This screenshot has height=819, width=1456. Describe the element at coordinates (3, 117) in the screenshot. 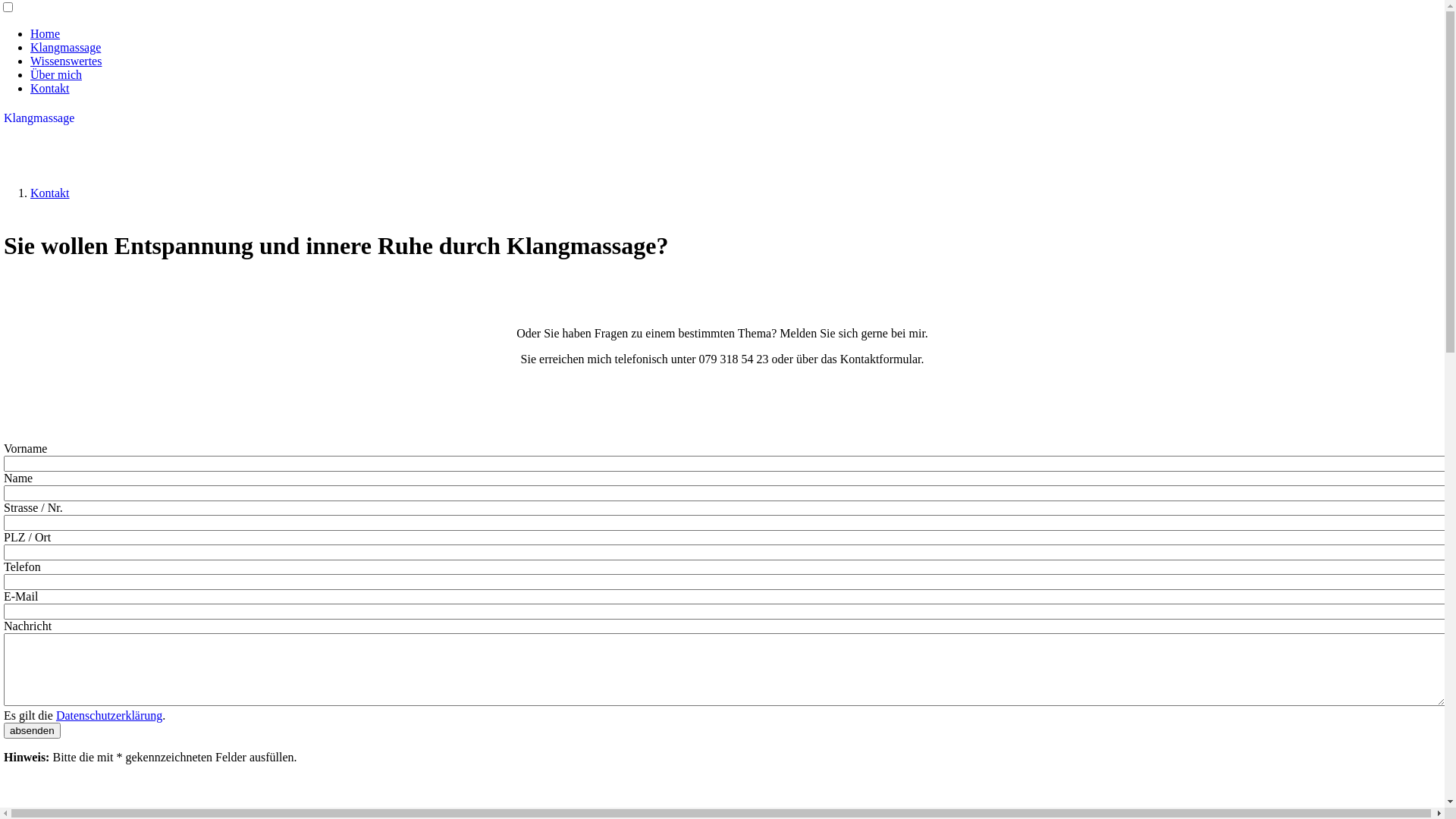

I see `'Klangmassage'` at that location.